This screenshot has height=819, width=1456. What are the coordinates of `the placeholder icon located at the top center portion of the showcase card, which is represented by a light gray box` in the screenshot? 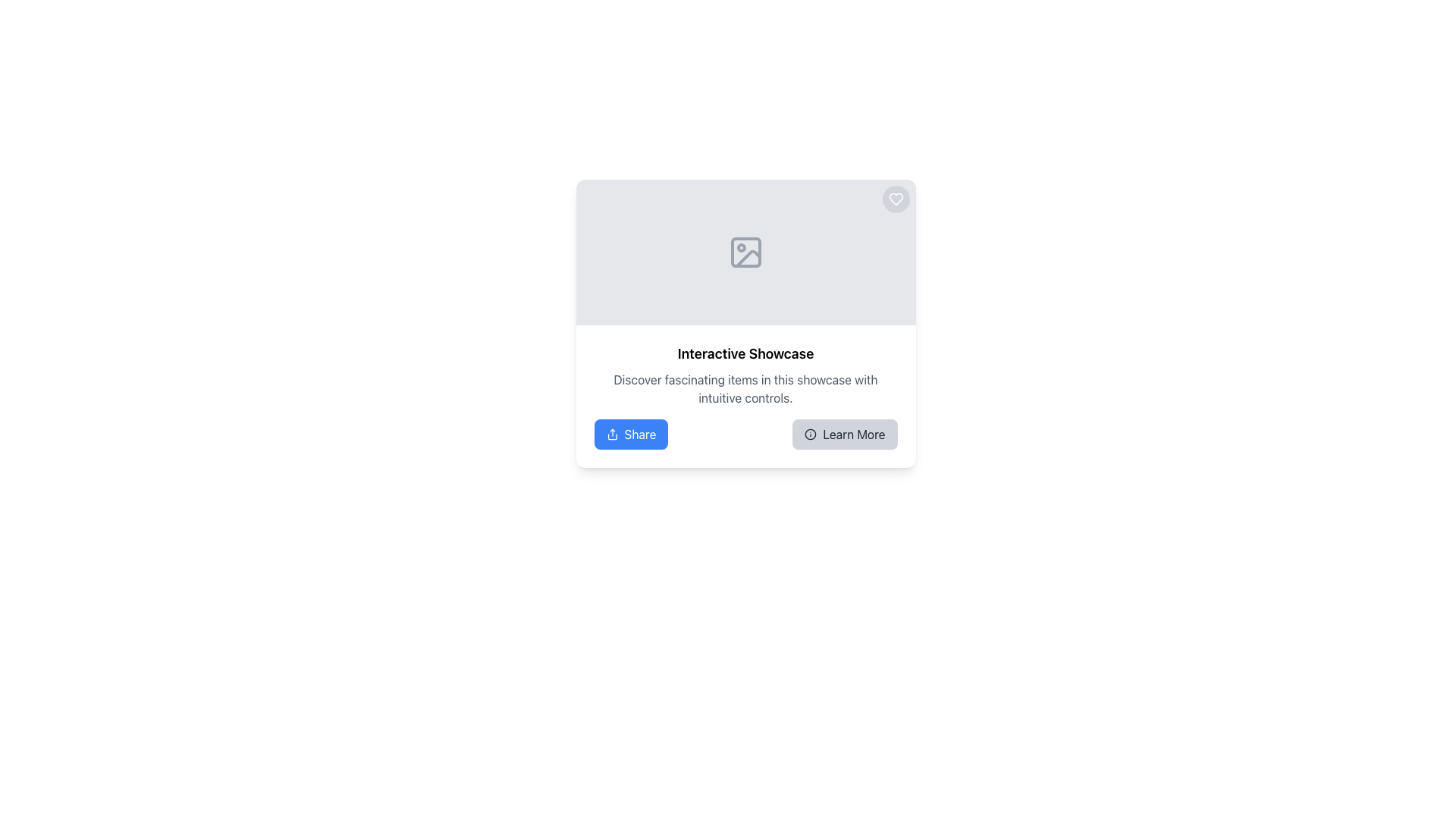 It's located at (745, 251).